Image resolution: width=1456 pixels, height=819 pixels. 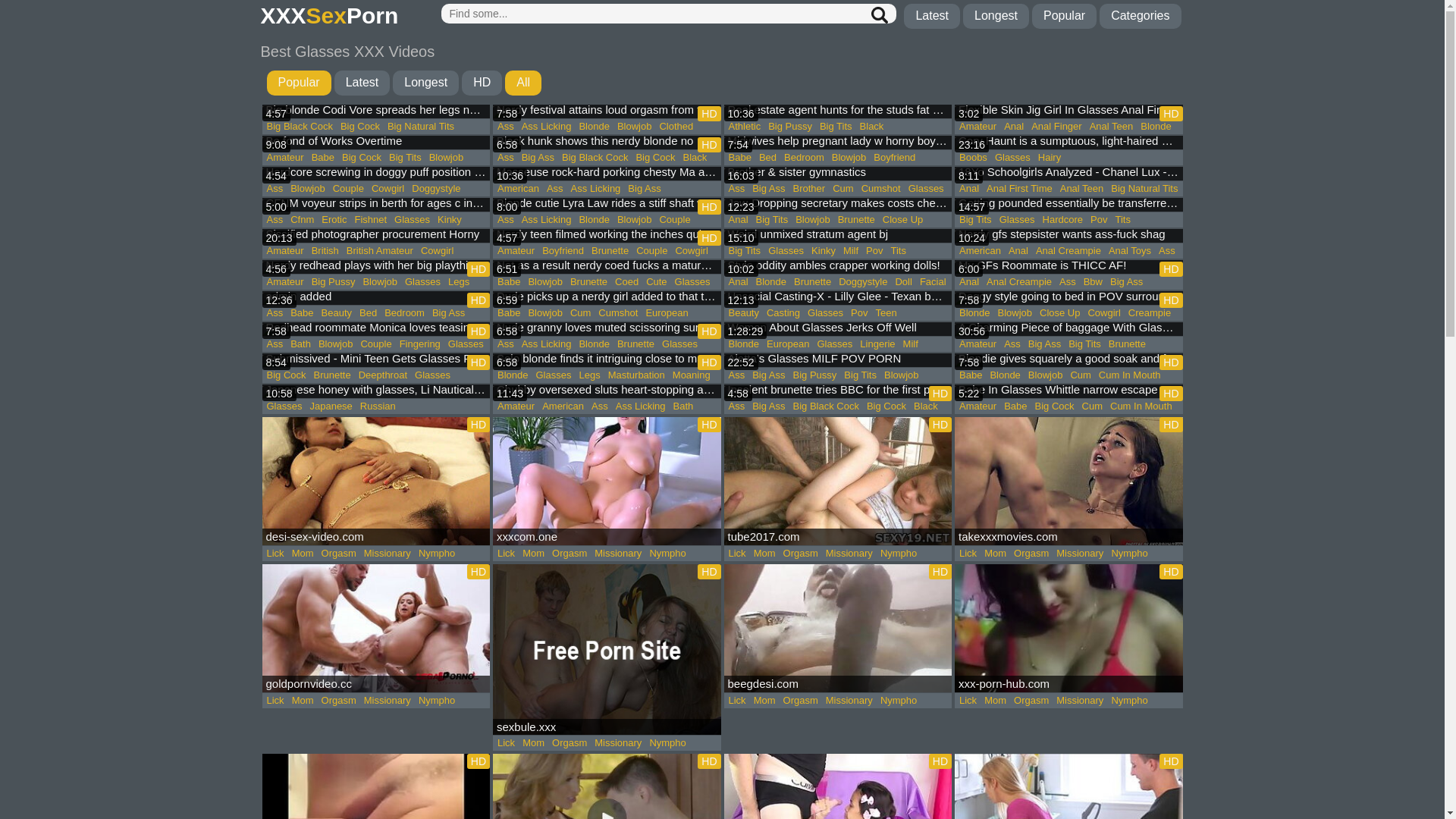 What do you see at coordinates (337, 553) in the screenshot?
I see `'Orgasm'` at bounding box center [337, 553].